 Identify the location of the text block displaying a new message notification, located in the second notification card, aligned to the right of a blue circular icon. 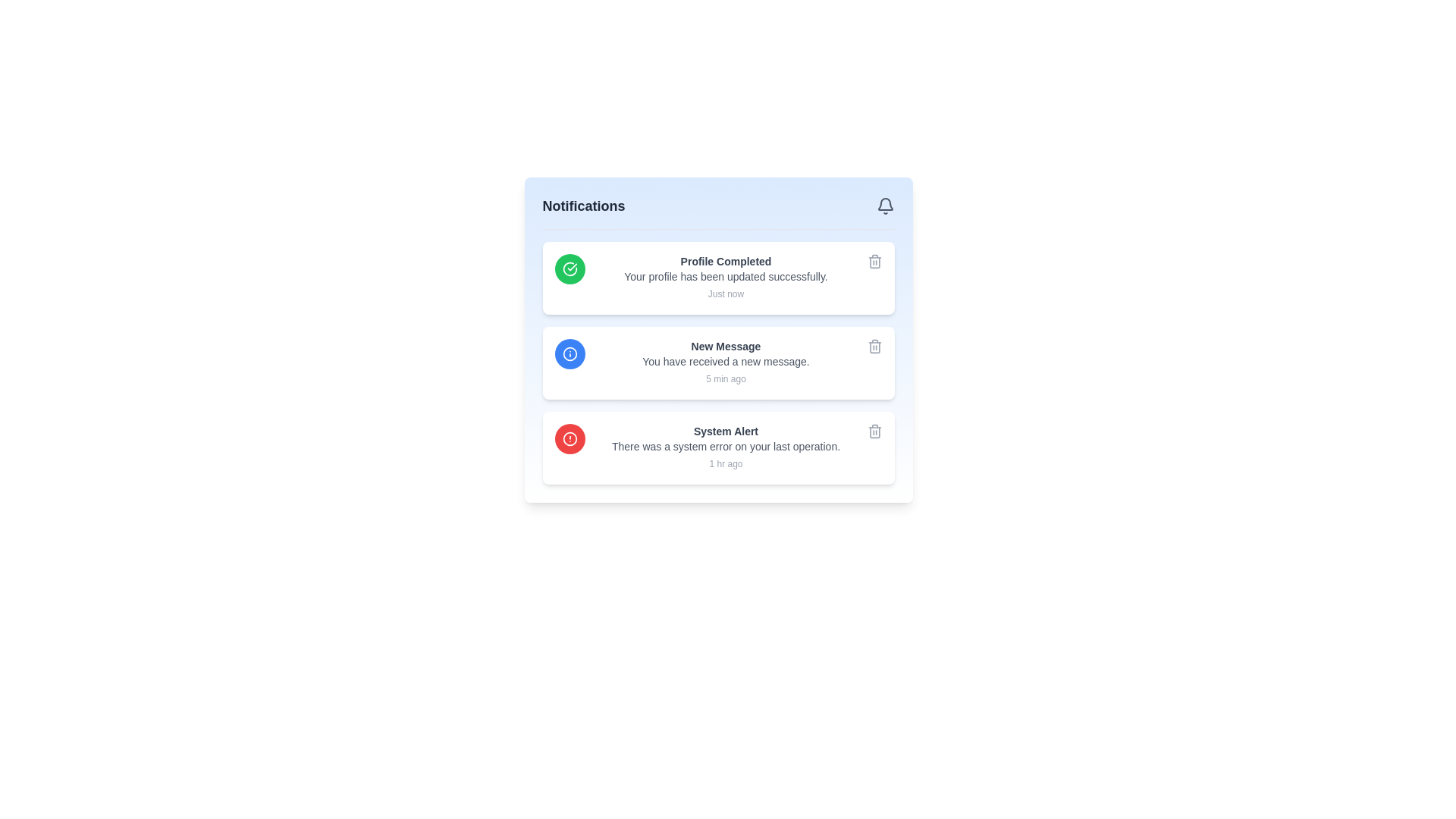
(725, 362).